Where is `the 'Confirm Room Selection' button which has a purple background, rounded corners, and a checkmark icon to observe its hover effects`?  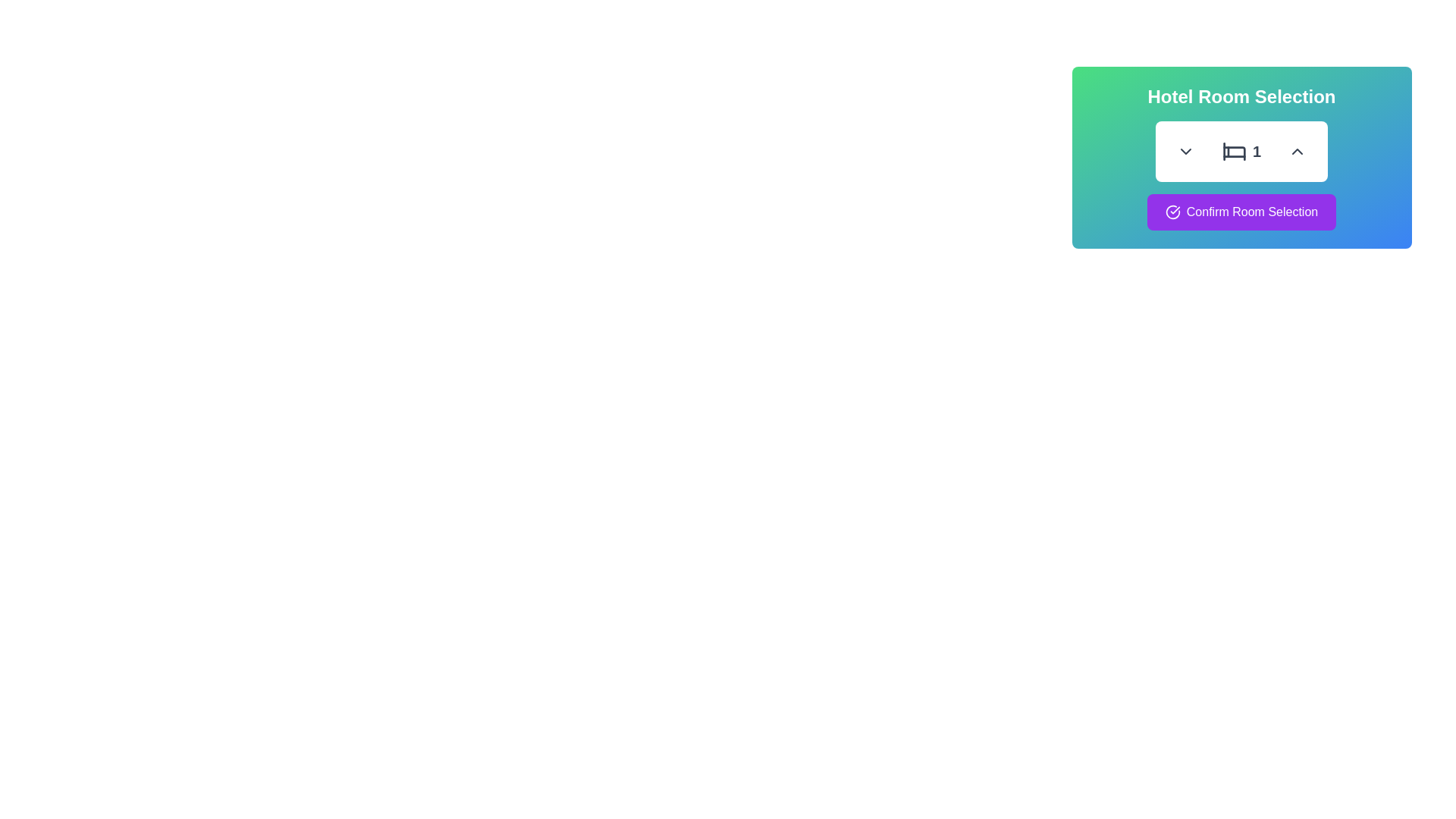 the 'Confirm Room Selection' button which has a purple background, rounded corners, and a checkmark icon to observe its hover effects is located at coordinates (1241, 212).